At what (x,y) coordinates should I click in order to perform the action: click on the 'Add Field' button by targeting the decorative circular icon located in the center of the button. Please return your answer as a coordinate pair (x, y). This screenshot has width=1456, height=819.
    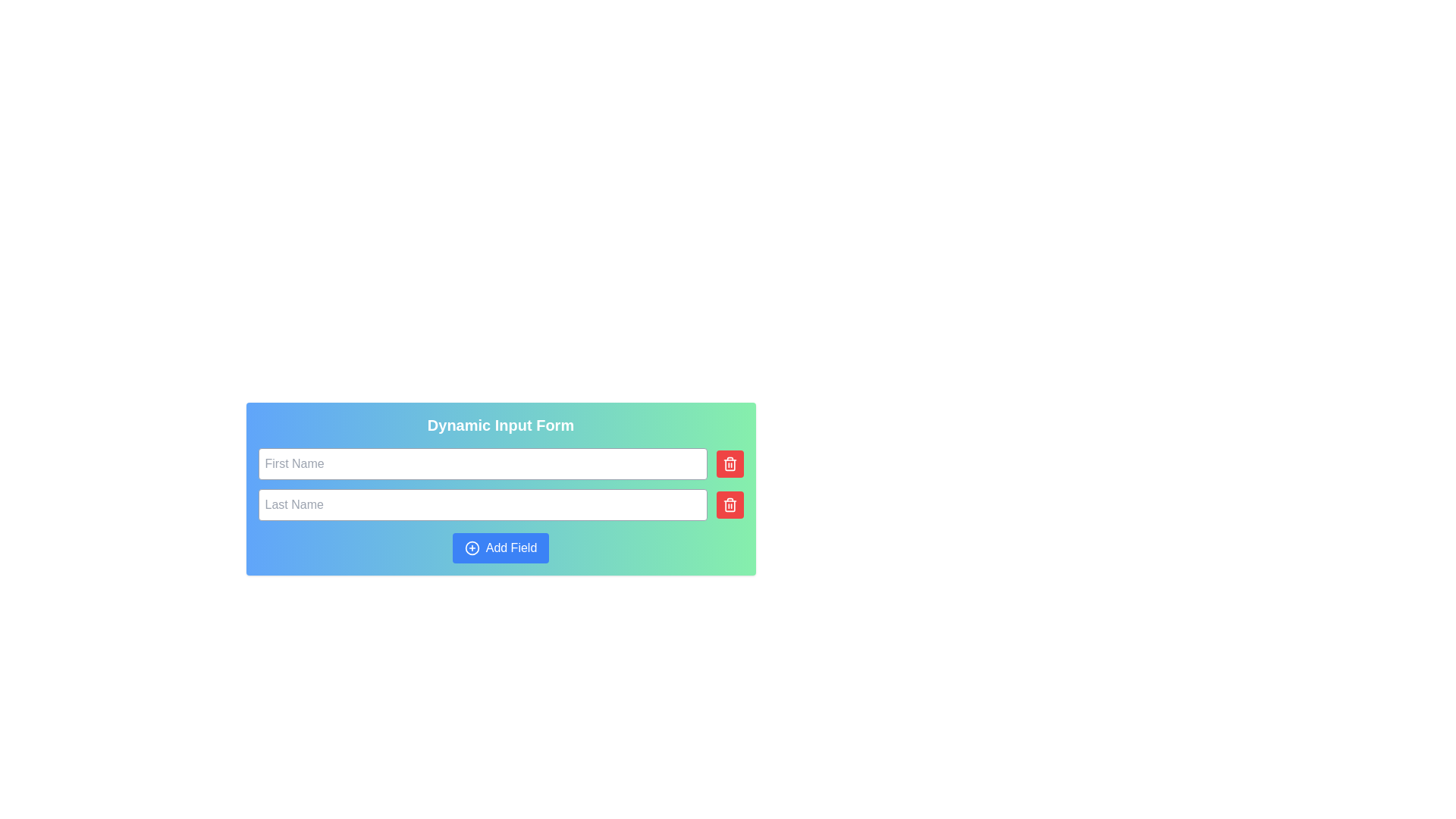
    Looking at the image, I should click on (471, 548).